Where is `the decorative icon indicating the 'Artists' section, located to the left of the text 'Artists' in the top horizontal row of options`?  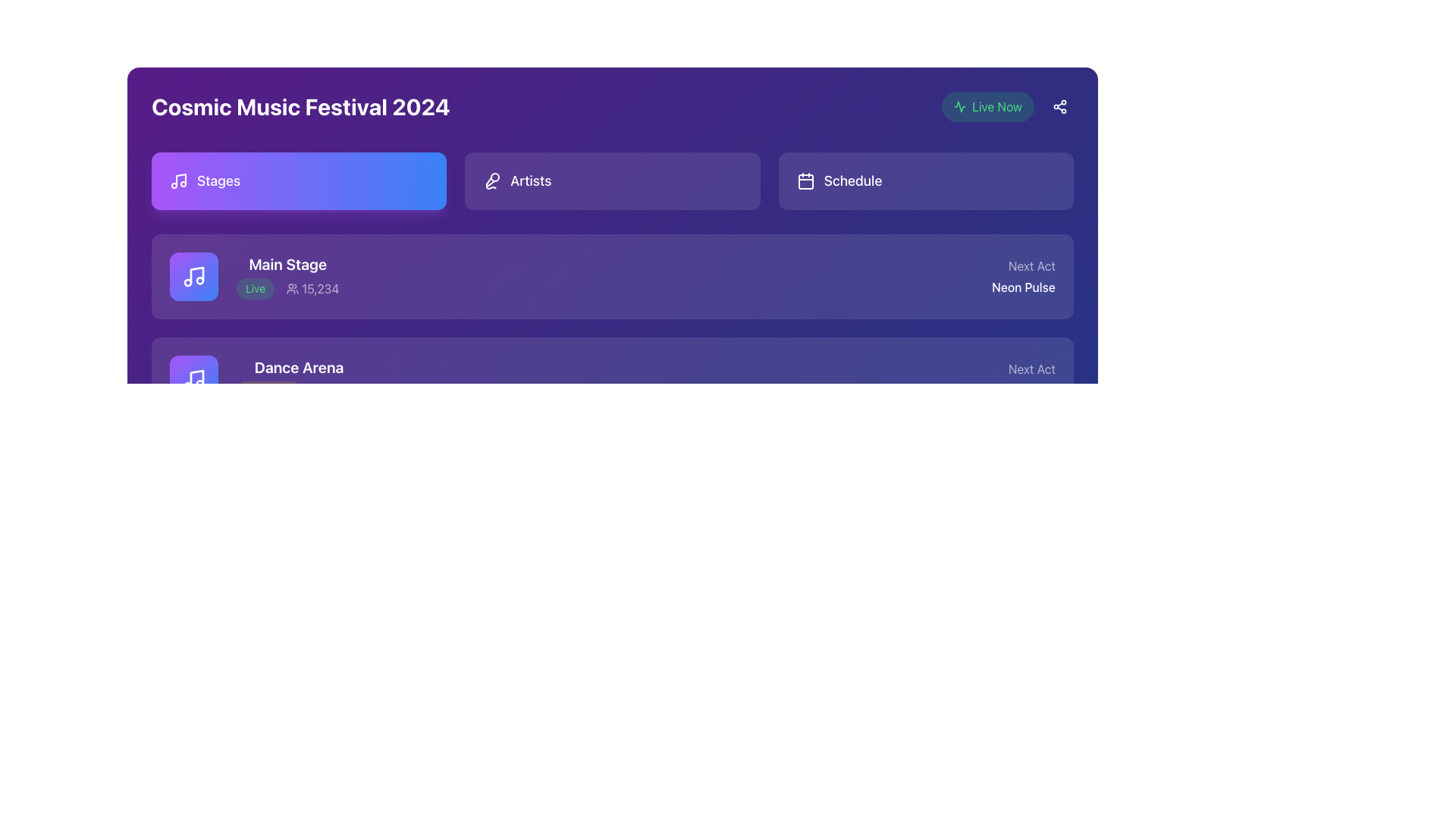
the decorative icon indicating the 'Artists' section, located to the left of the text 'Artists' in the top horizontal row of options is located at coordinates (492, 180).